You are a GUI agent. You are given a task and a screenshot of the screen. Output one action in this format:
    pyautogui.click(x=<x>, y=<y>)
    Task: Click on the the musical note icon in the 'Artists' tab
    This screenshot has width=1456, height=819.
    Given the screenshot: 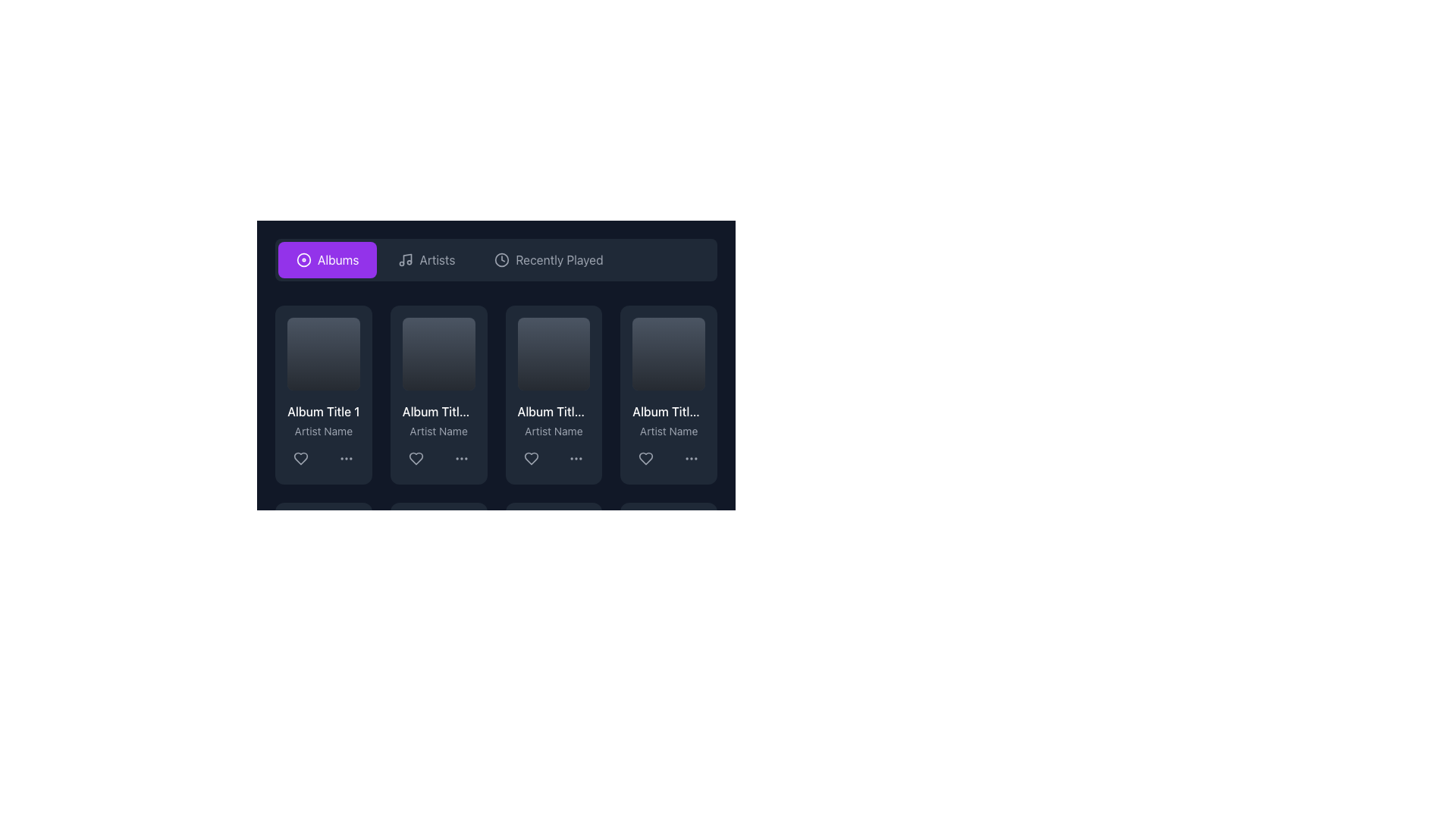 What is the action you would take?
    pyautogui.click(x=405, y=259)
    